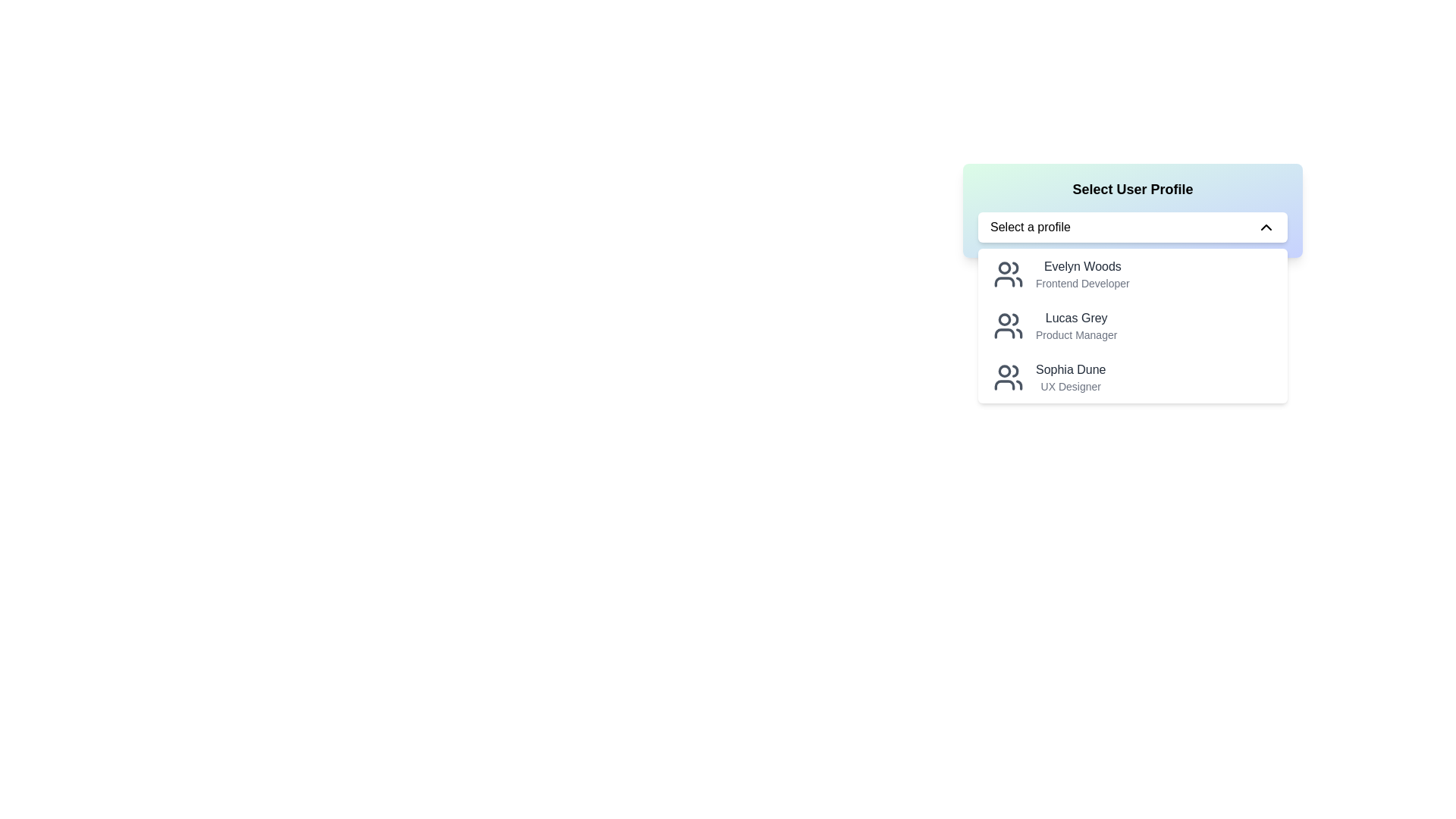 The width and height of the screenshot is (1456, 819). Describe the element at coordinates (1008, 376) in the screenshot. I see `the SVG icon representing a group of people located to the left of the profile information for 'Sophia Dune UX Designer'` at that location.